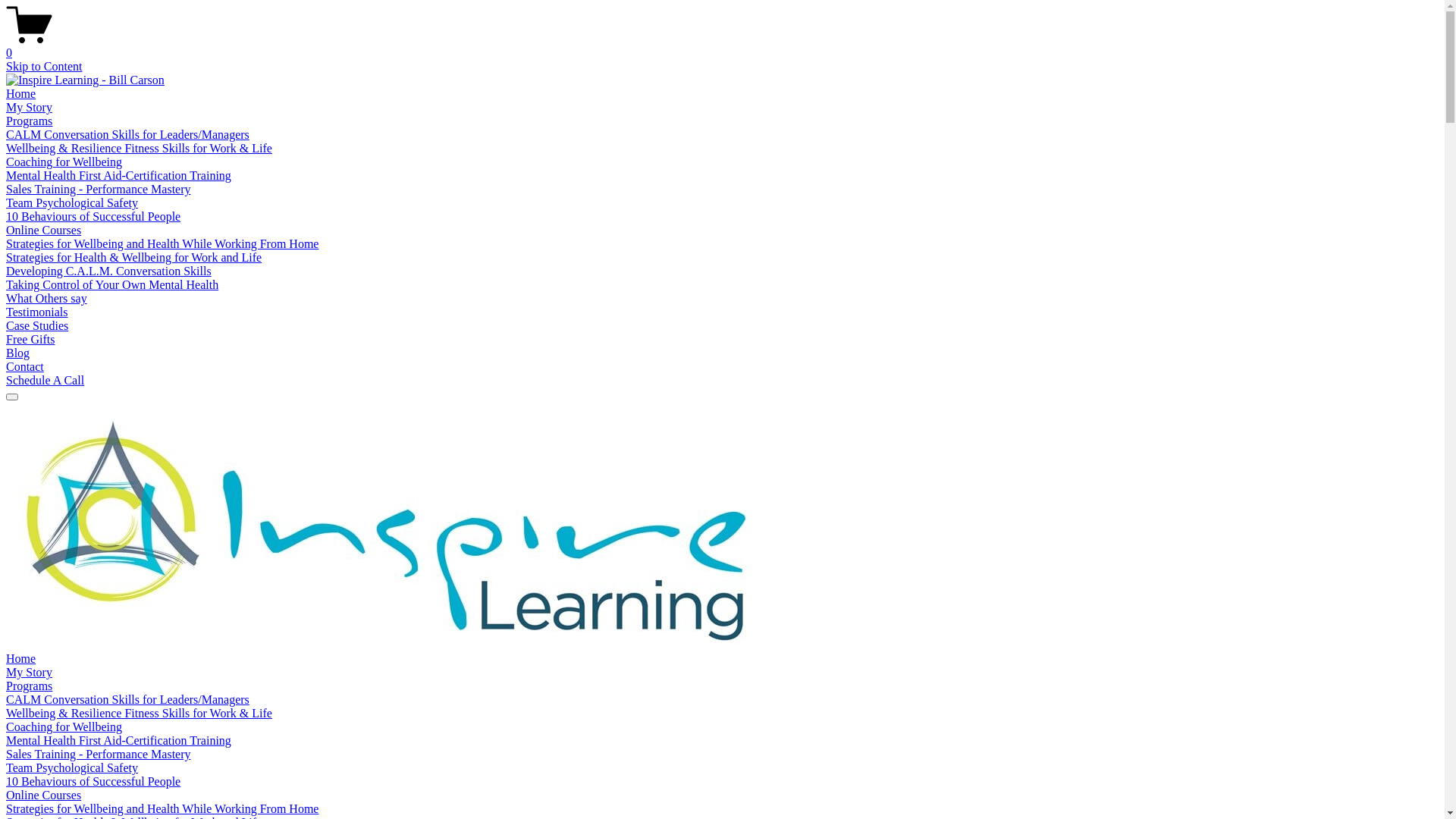 The height and width of the screenshot is (819, 1456). What do you see at coordinates (6, 657) in the screenshot?
I see `'Home'` at bounding box center [6, 657].